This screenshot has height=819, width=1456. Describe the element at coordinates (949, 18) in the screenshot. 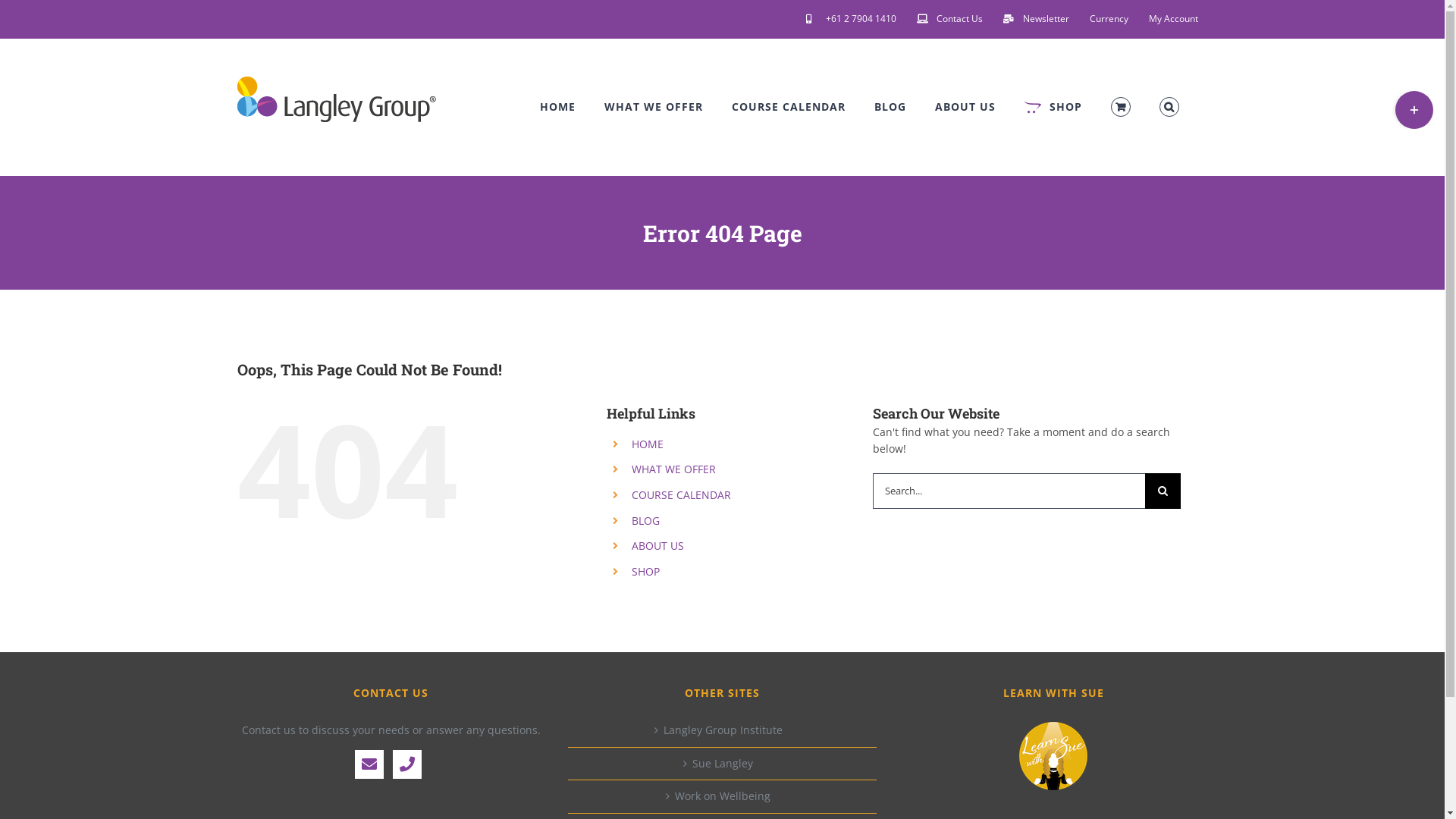

I see `'Contact Us'` at that location.